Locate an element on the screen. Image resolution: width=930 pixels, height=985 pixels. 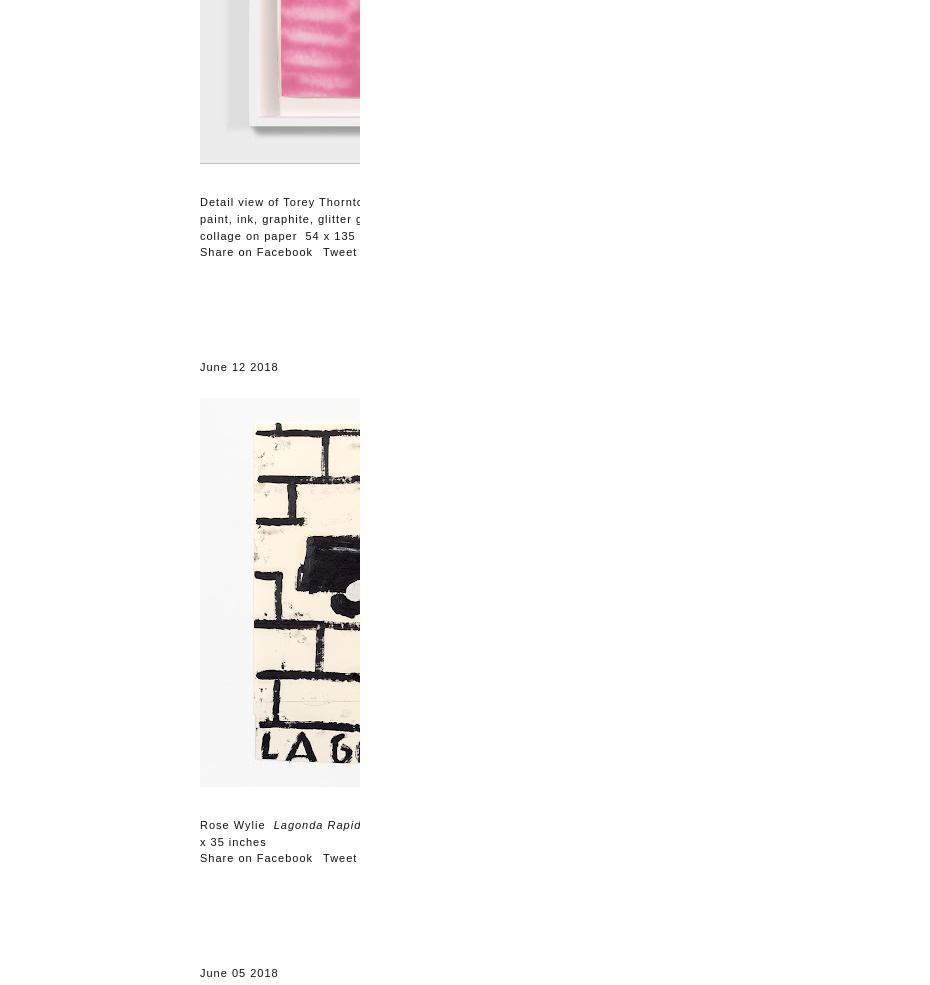
'Again, Again Not A Drawing' is located at coordinates (459, 201).